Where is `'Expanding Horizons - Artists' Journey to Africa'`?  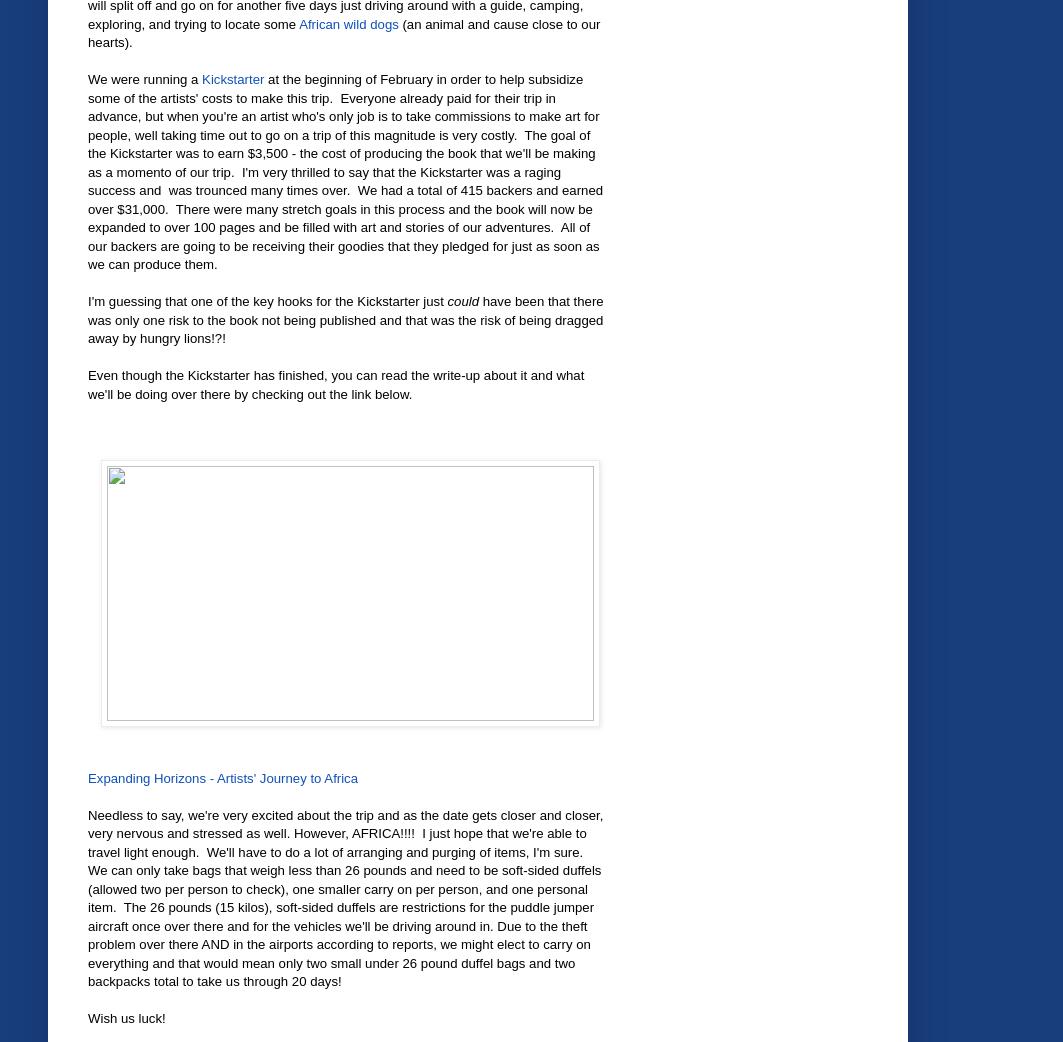 'Expanding Horizons - Artists' Journey to Africa' is located at coordinates (88, 777).